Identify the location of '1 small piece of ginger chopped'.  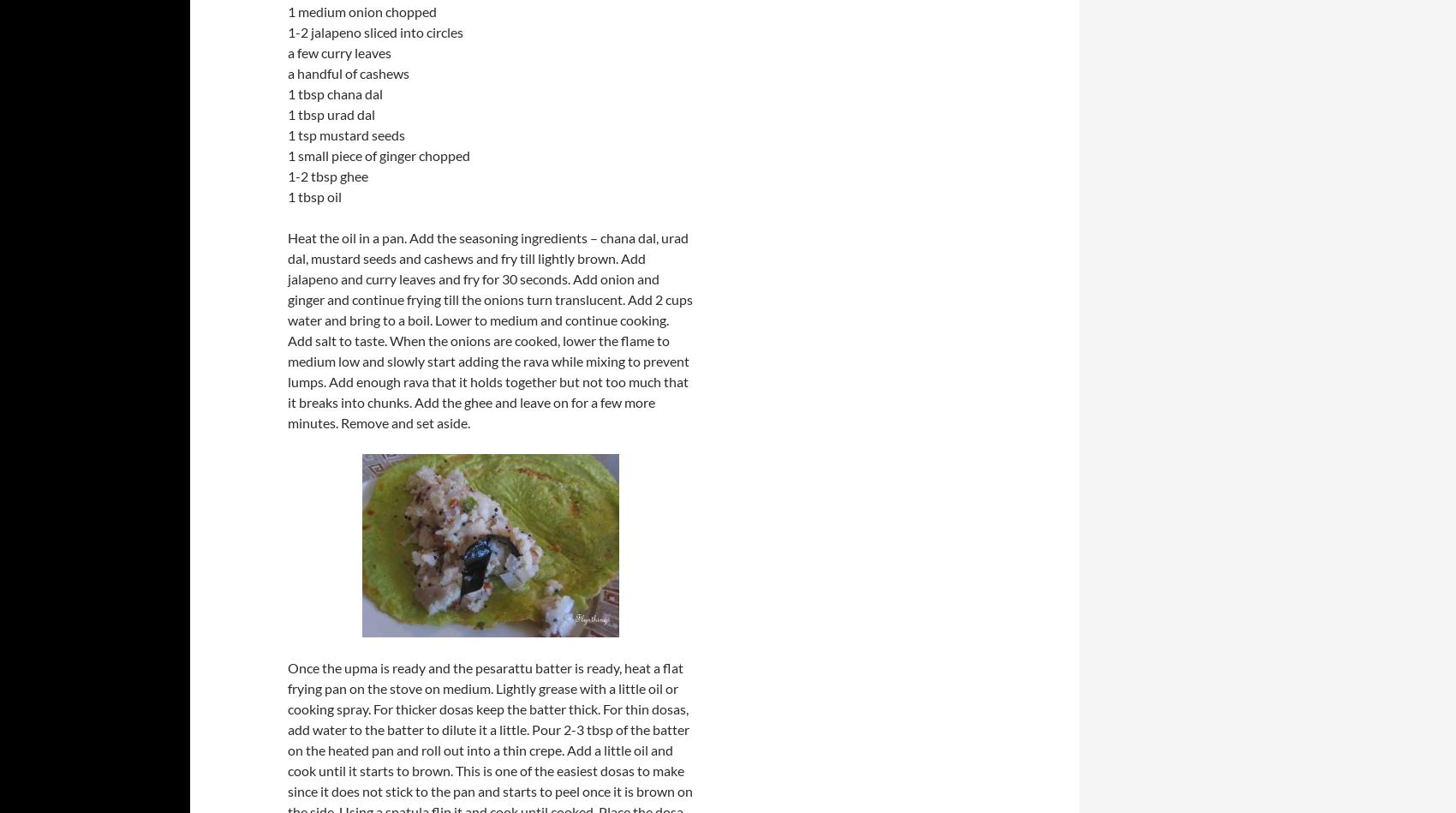
(379, 154).